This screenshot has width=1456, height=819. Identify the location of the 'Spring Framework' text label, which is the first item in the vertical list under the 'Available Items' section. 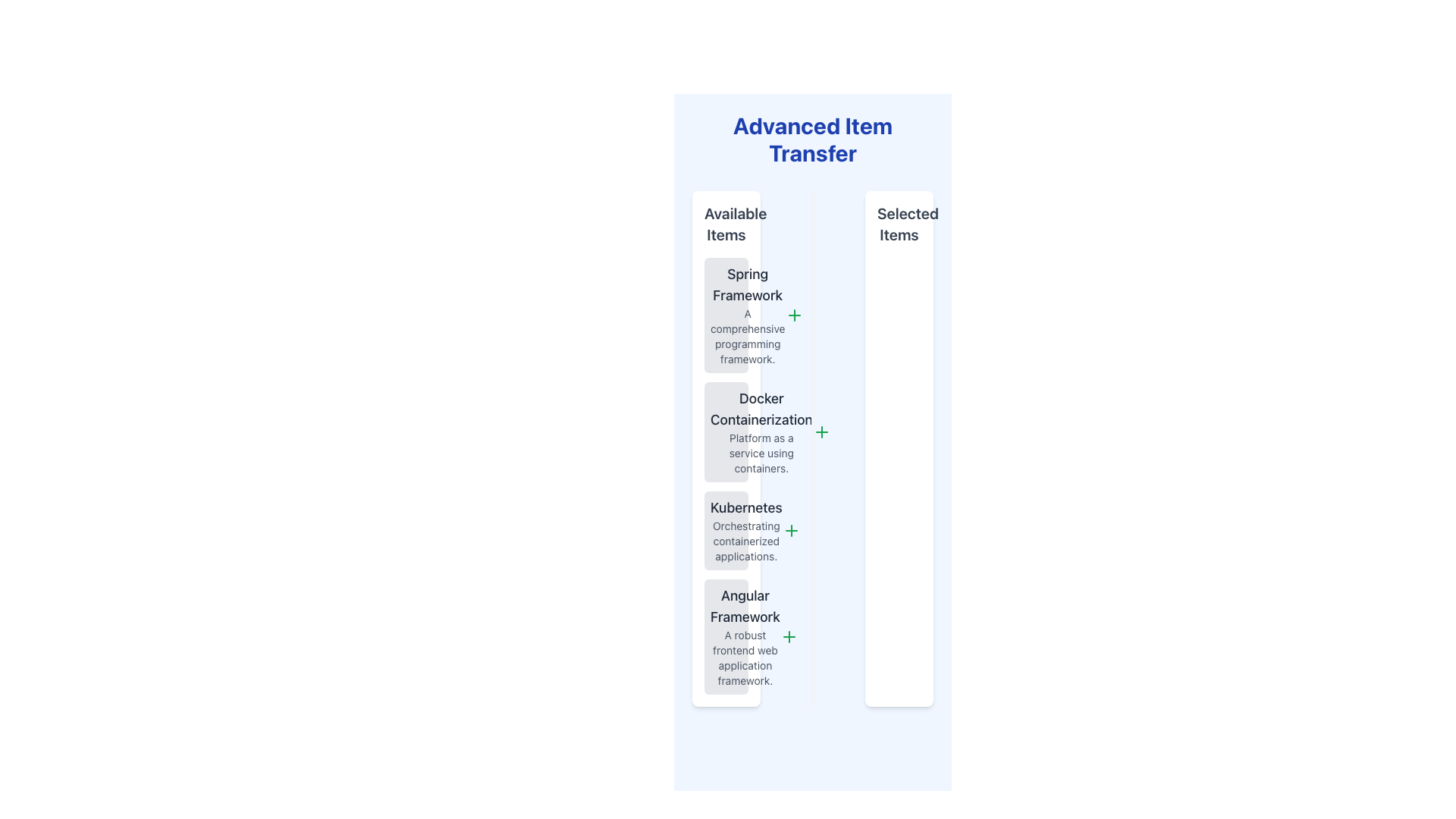
(748, 284).